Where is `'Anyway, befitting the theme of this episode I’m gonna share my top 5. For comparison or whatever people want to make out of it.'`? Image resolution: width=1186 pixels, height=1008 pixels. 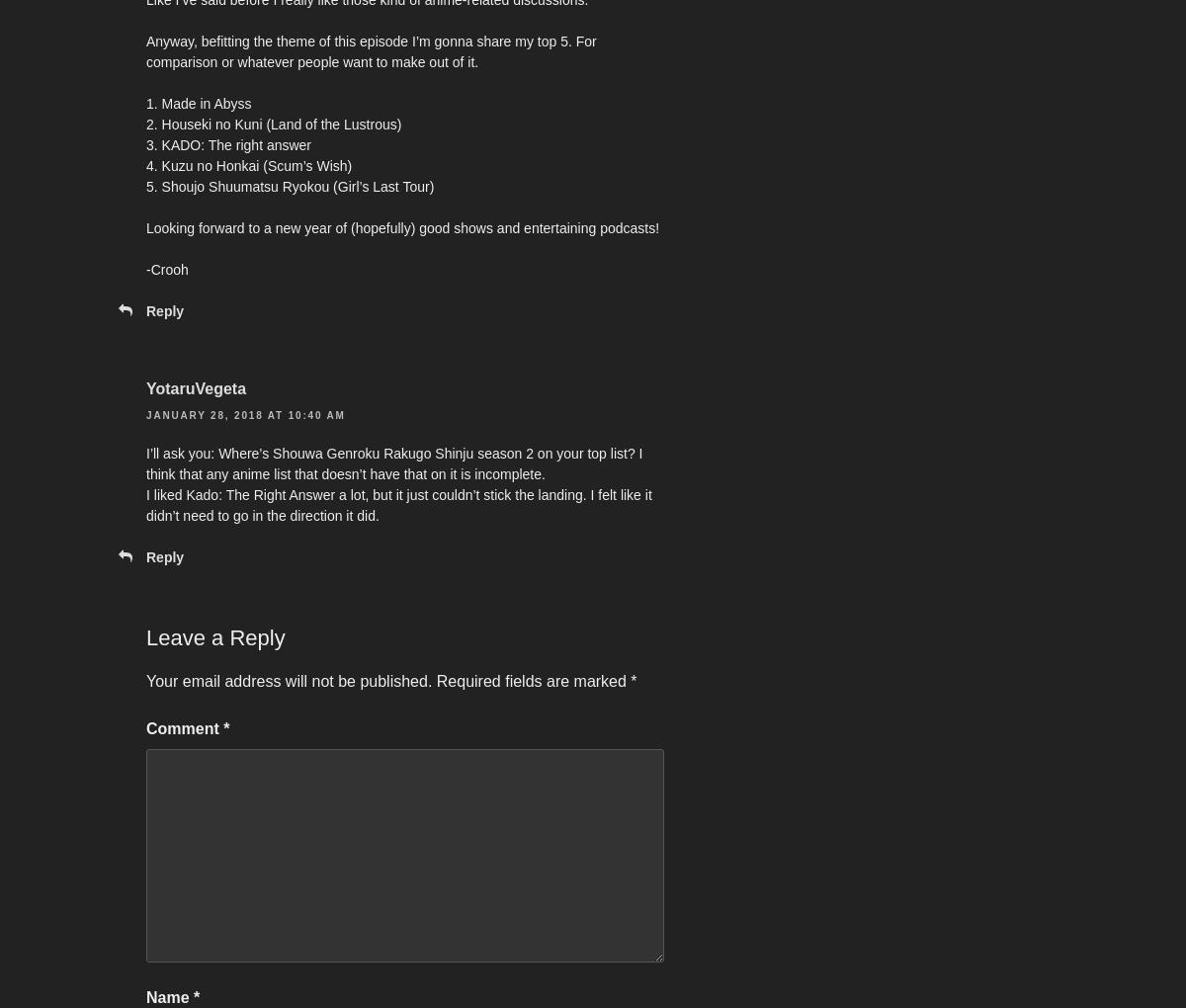
'Anyway, befitting the theme of this episode I’m gonna share my top 5. For comparison or whatever people want to make out of it.' is located at coordinates (371, 51).